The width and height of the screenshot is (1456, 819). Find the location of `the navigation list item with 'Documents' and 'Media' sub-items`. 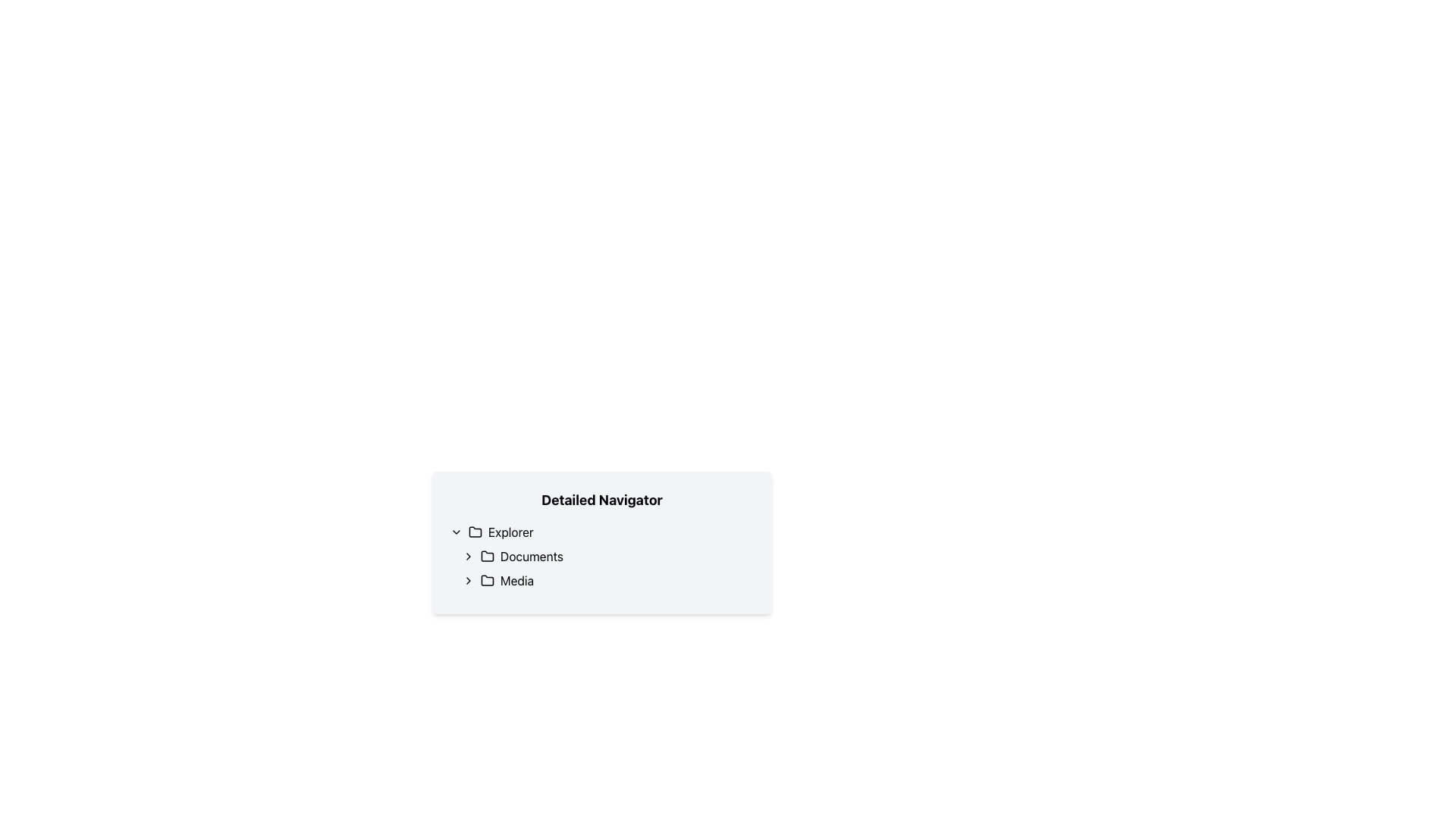

the navigation list item with 'Documents' and 'Media' sub-items is located at coordinates (601, 568).